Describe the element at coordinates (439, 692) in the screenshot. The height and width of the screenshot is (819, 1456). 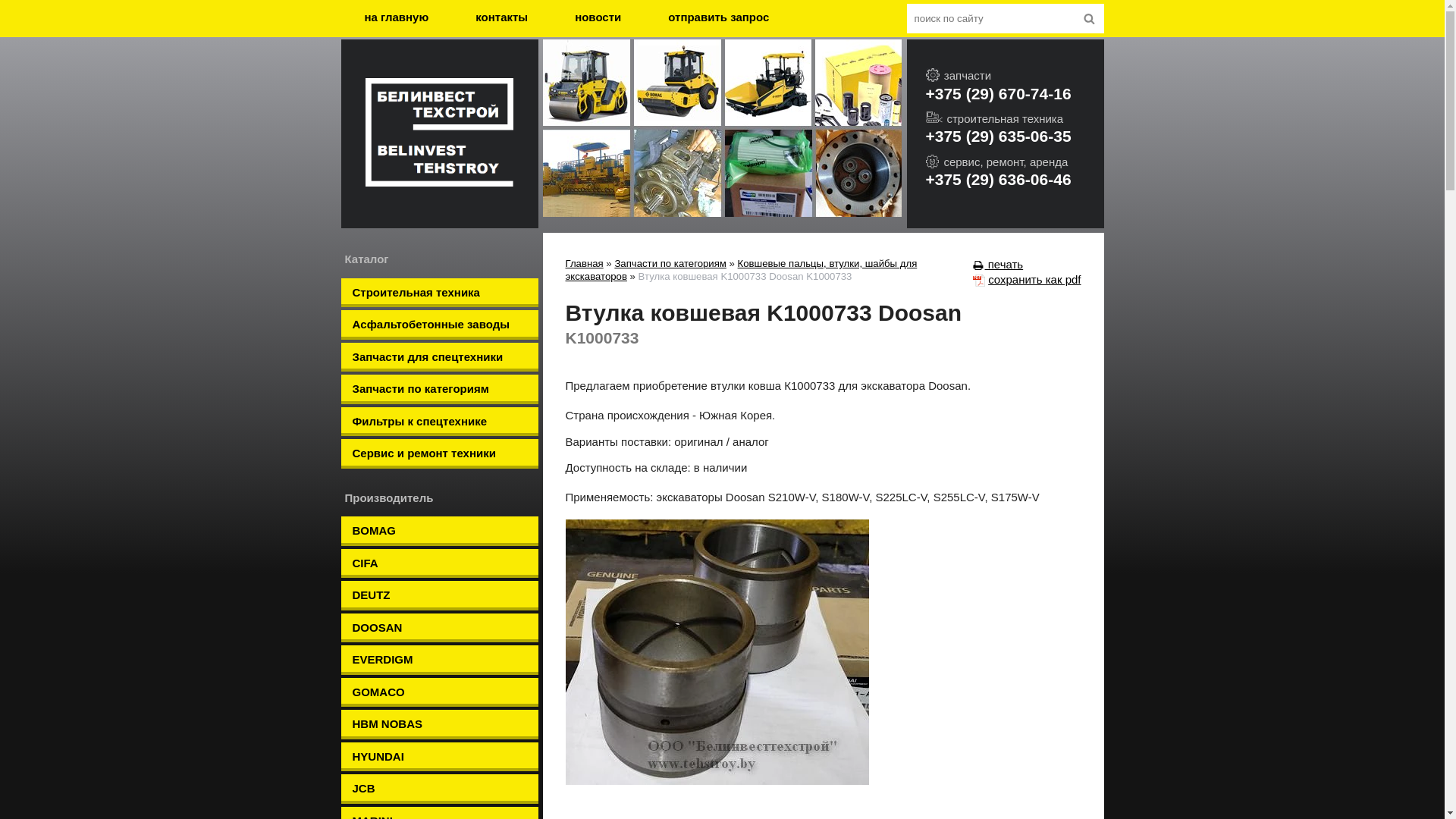
I see `'GOMACO'` at that location.